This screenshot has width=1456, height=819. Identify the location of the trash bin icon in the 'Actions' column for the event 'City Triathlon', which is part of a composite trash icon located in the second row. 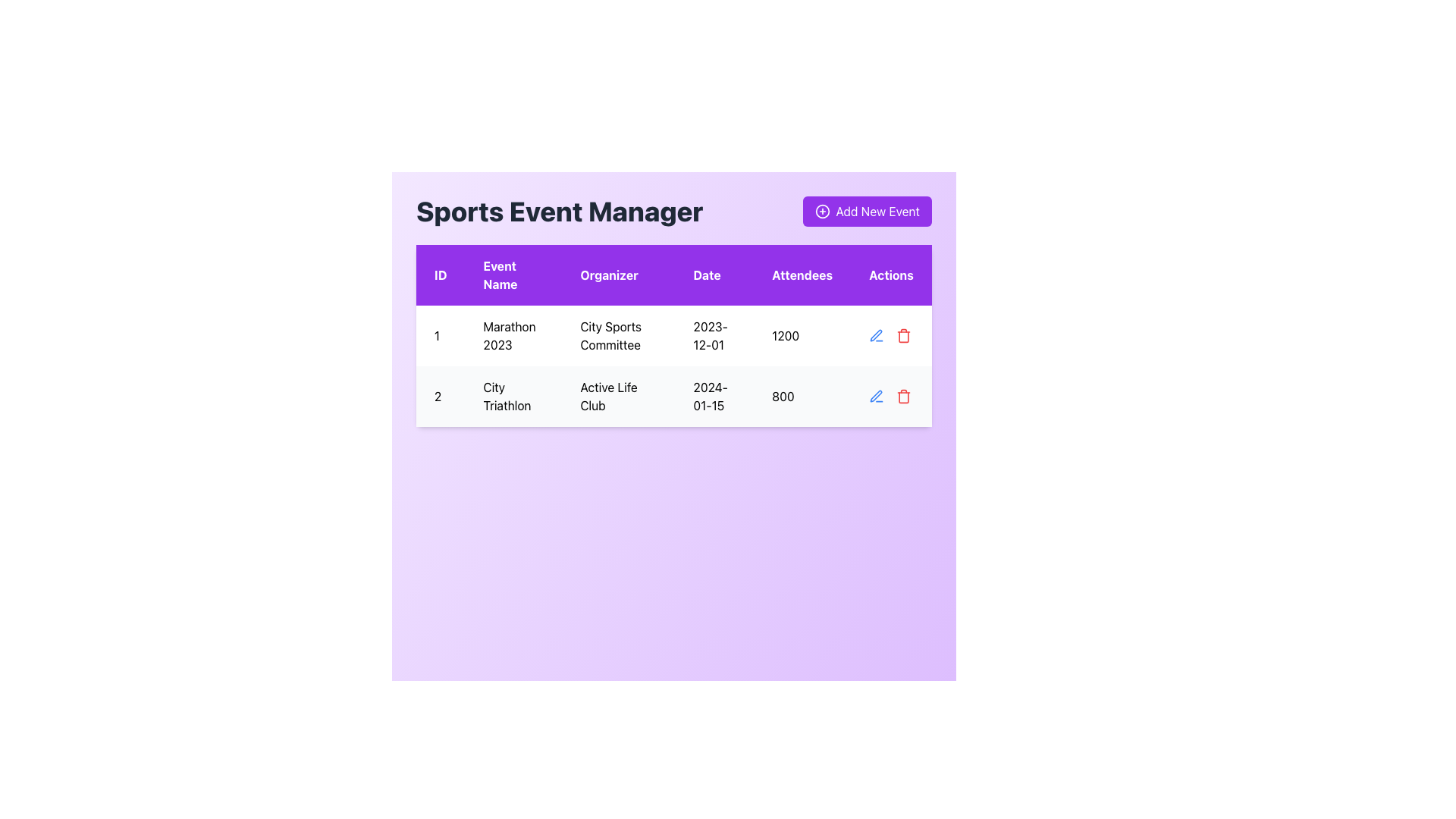
(904, 397).